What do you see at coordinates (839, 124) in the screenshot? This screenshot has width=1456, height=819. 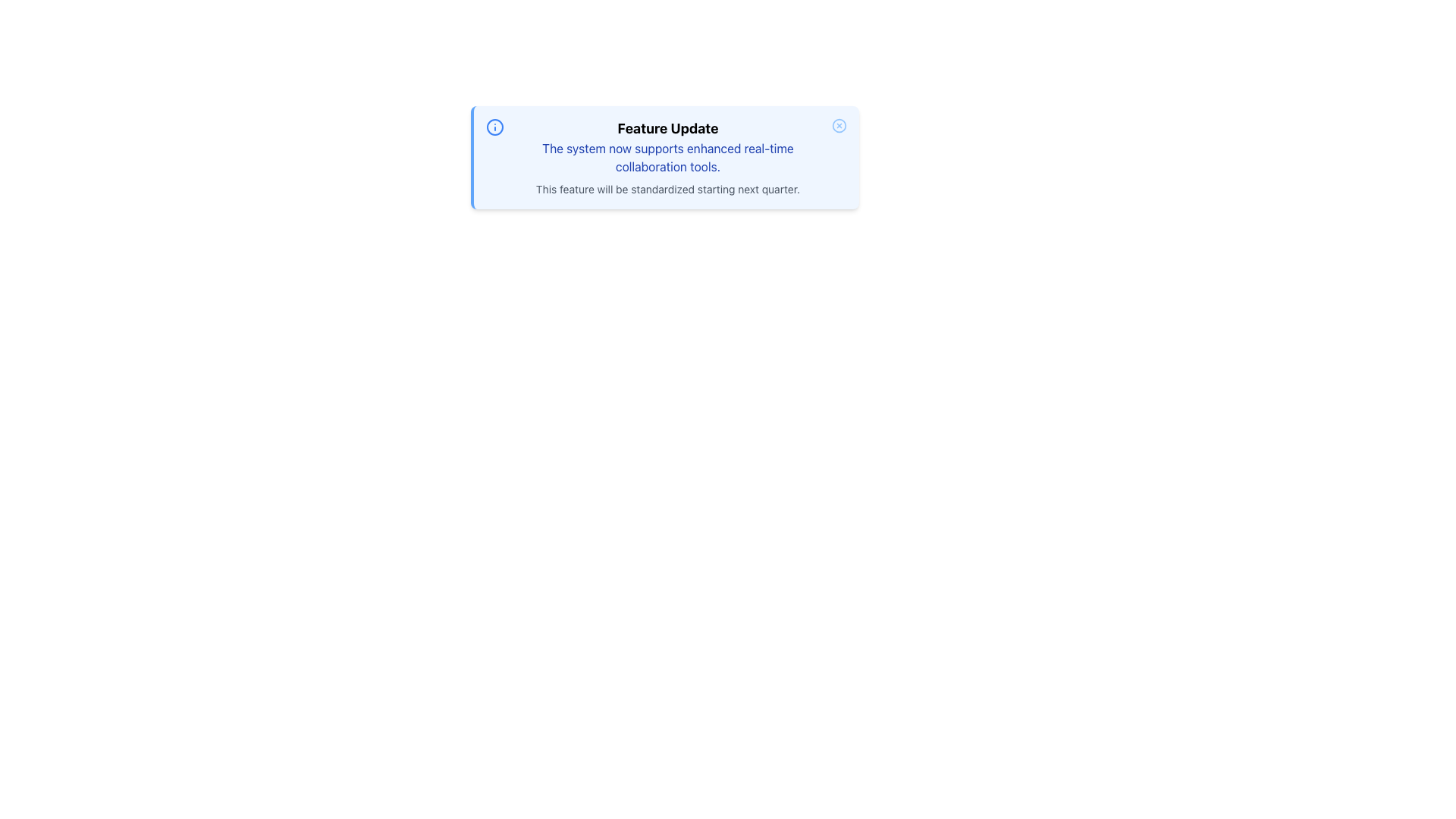 I see `the small circular button with a light blue outline in the top-right corner of the feature update card` at bounding box center [839, 124].